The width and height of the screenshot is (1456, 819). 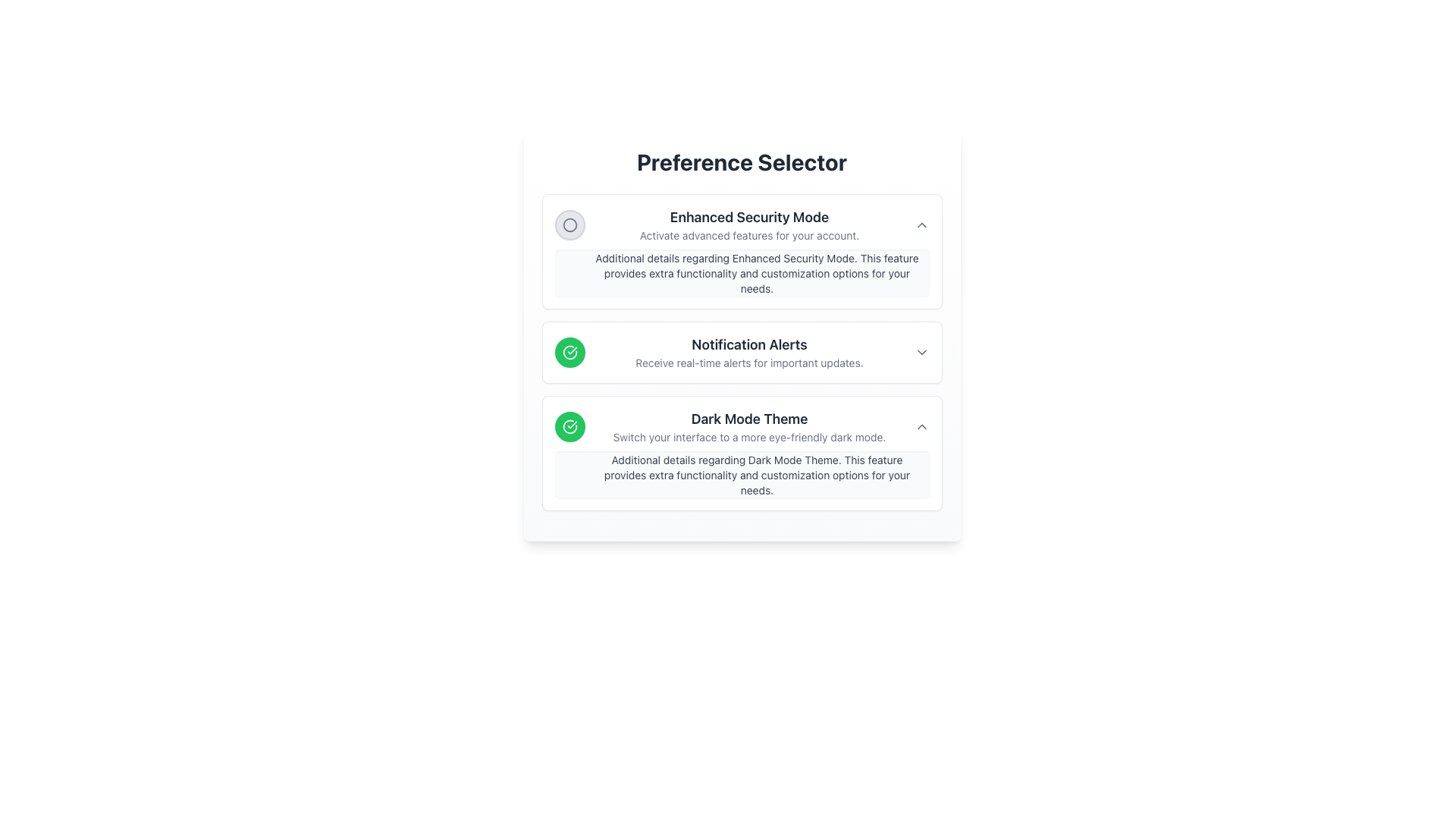 I want to click on the bold, centrally-aligned text reading 'Preference Selector', which is prominently displayed at the top center of a card-like layout, so click(x=742, y=162).